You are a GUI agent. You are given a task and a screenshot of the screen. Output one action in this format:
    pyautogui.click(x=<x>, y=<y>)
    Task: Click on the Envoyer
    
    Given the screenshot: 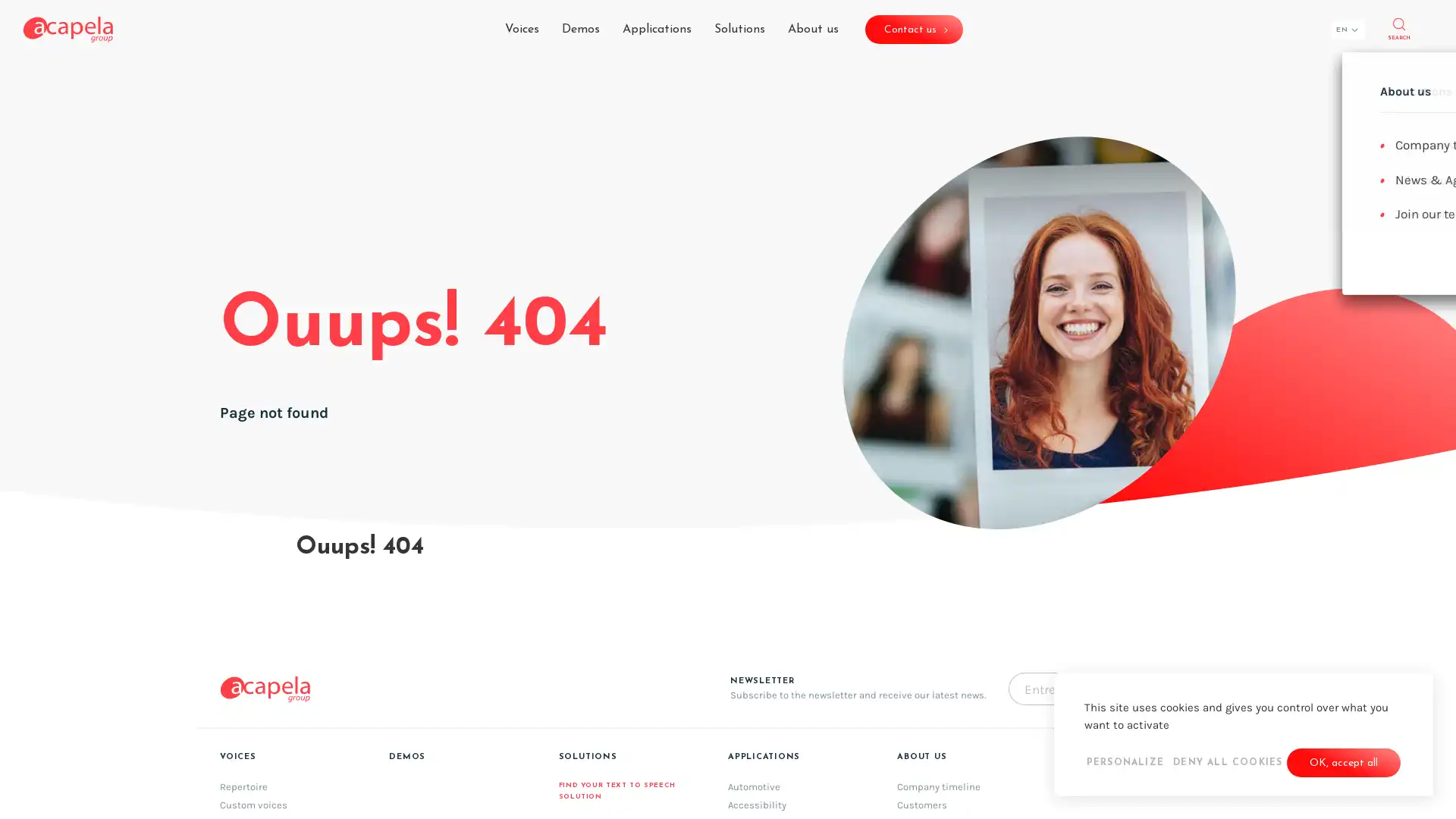 What is the action you would take?
    pyautogui.click(x=1181, y=689)
    